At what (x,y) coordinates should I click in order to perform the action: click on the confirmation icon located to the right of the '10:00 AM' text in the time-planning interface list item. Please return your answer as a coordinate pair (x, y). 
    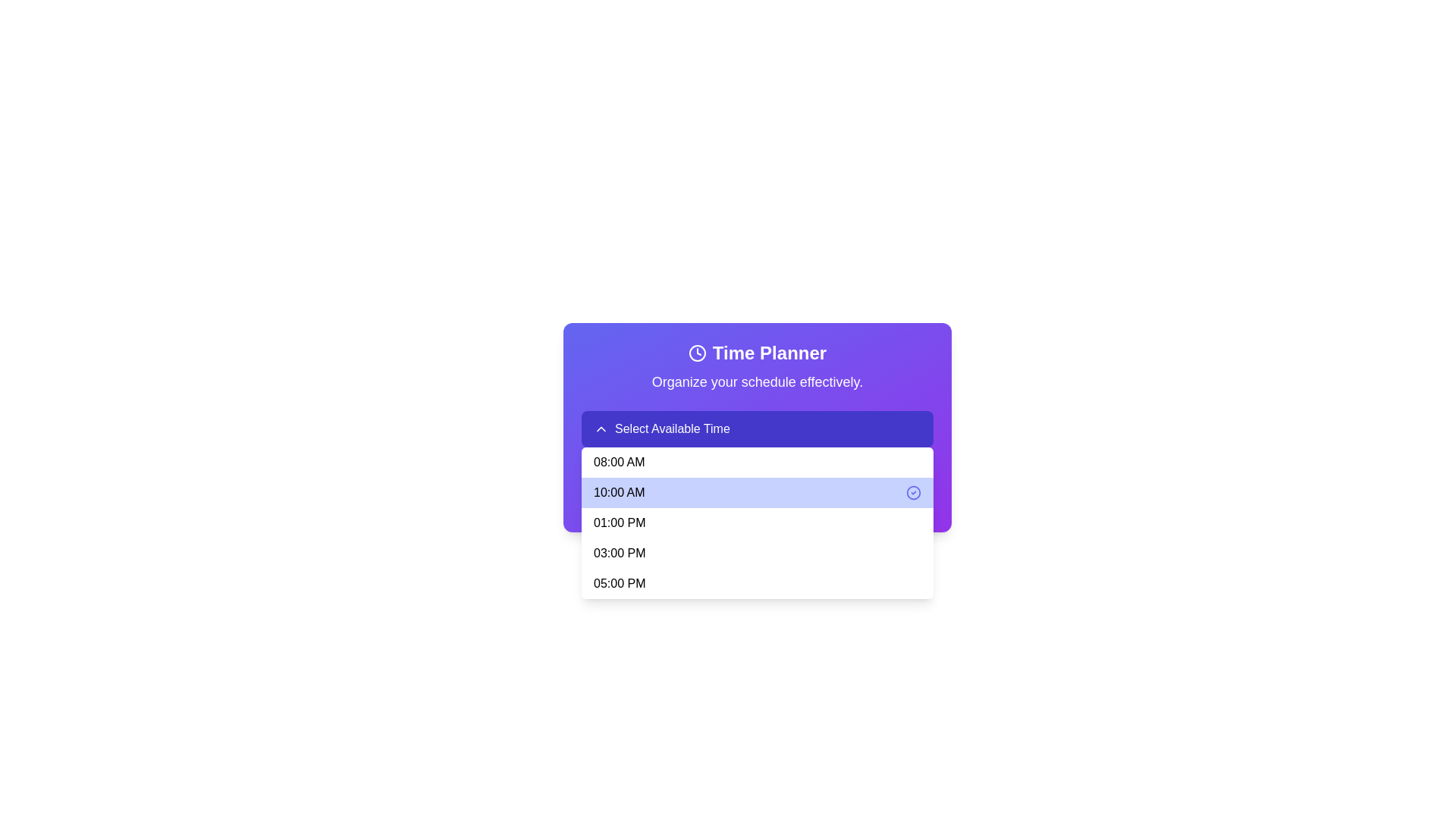
    Looking at the image, I should click on (912, 493).